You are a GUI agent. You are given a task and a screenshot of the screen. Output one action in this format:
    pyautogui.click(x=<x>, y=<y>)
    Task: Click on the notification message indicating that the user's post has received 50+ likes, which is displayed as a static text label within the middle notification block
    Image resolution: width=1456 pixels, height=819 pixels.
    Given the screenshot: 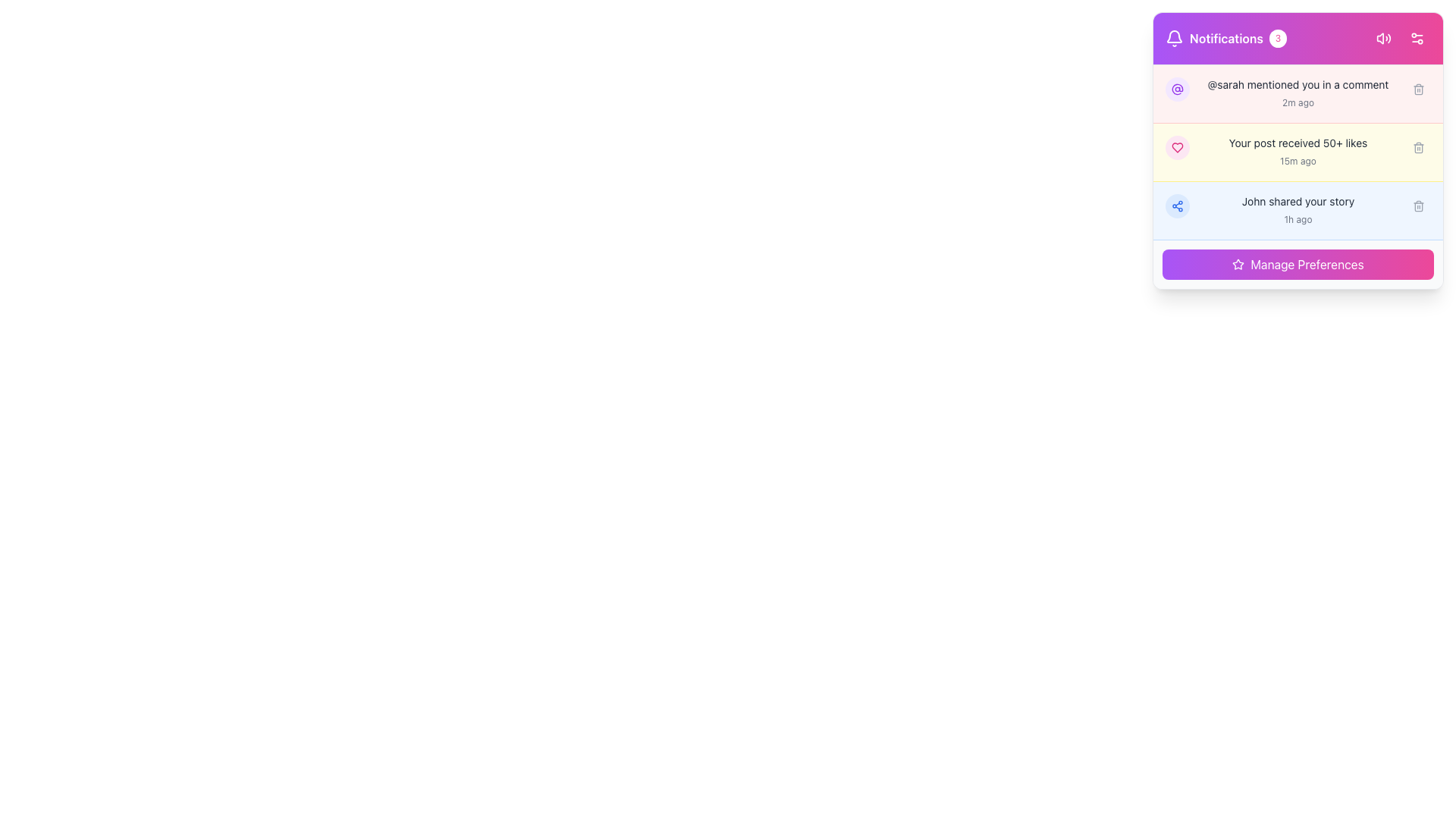 What is the action you would take?
    pyautogui.click(x=1298, y=143)
    